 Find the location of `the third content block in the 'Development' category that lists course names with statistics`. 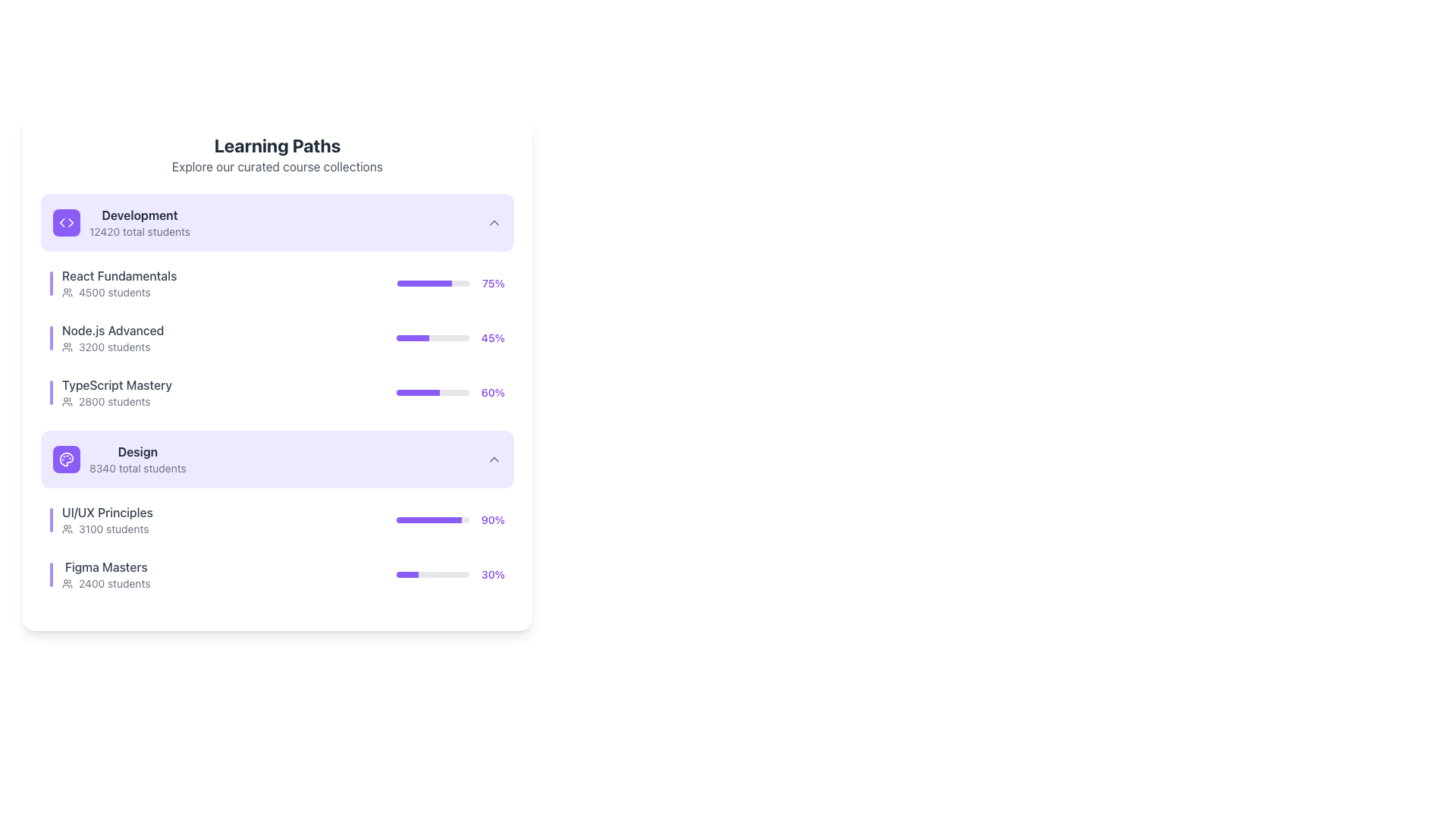

the third content block in the 'Development' category that lists course names with statistics is located at coordinates (277, 306).